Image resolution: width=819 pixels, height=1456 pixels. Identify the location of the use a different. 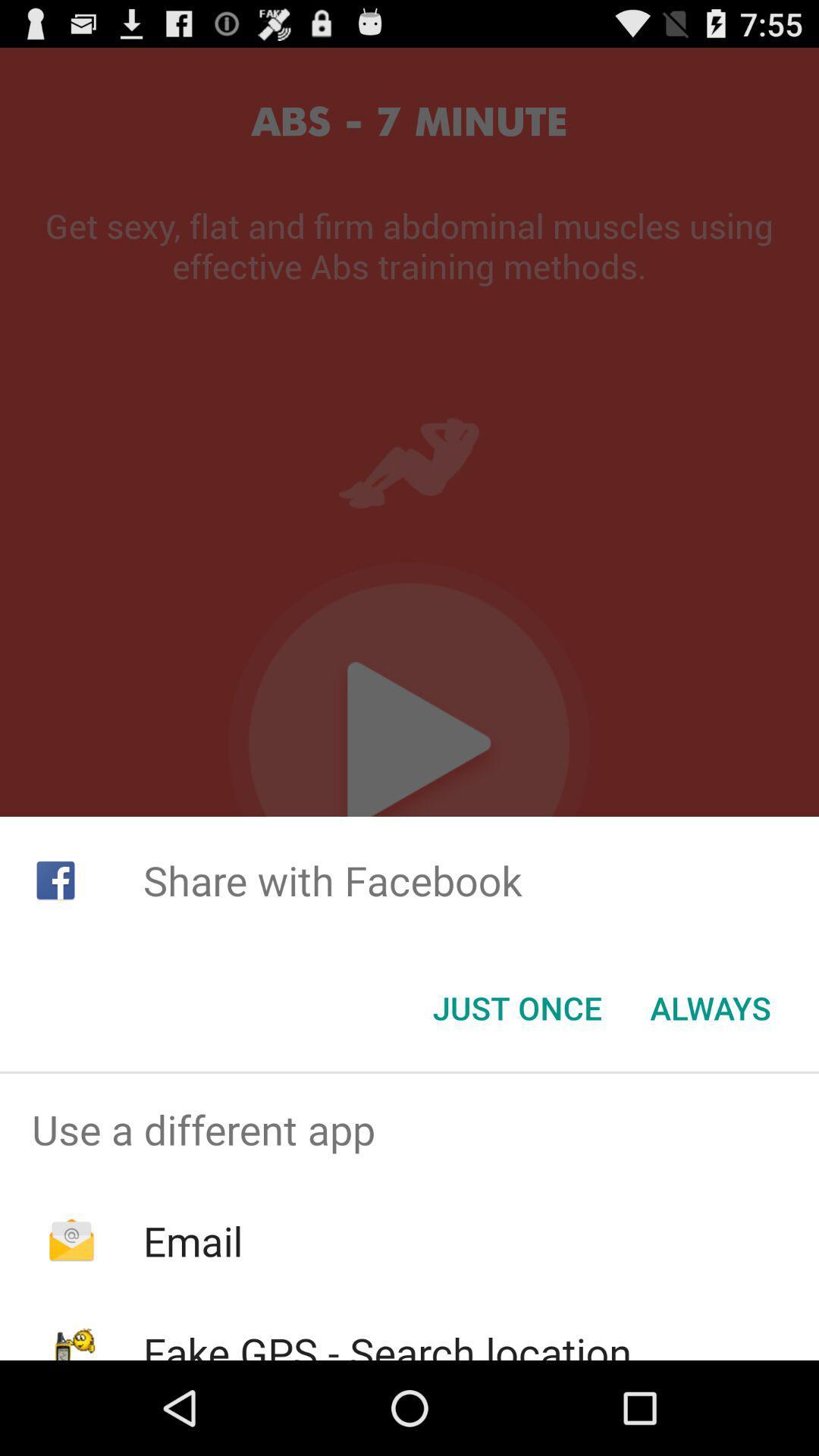
(409, 1129).